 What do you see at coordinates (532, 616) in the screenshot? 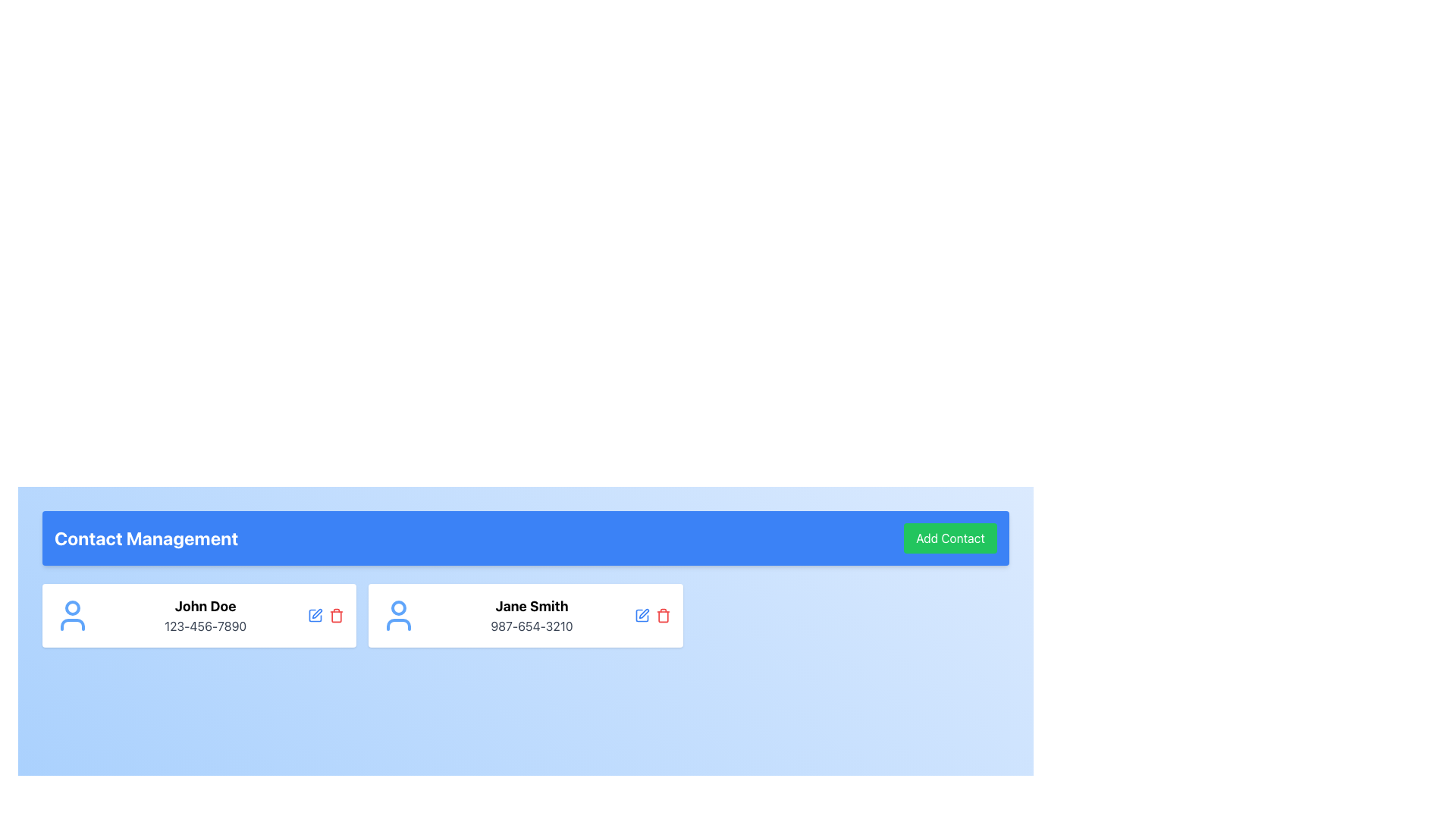
I see `the text block displaying 'Jane Smith' and '987-654-3210'` at bounding box center [532, 616].